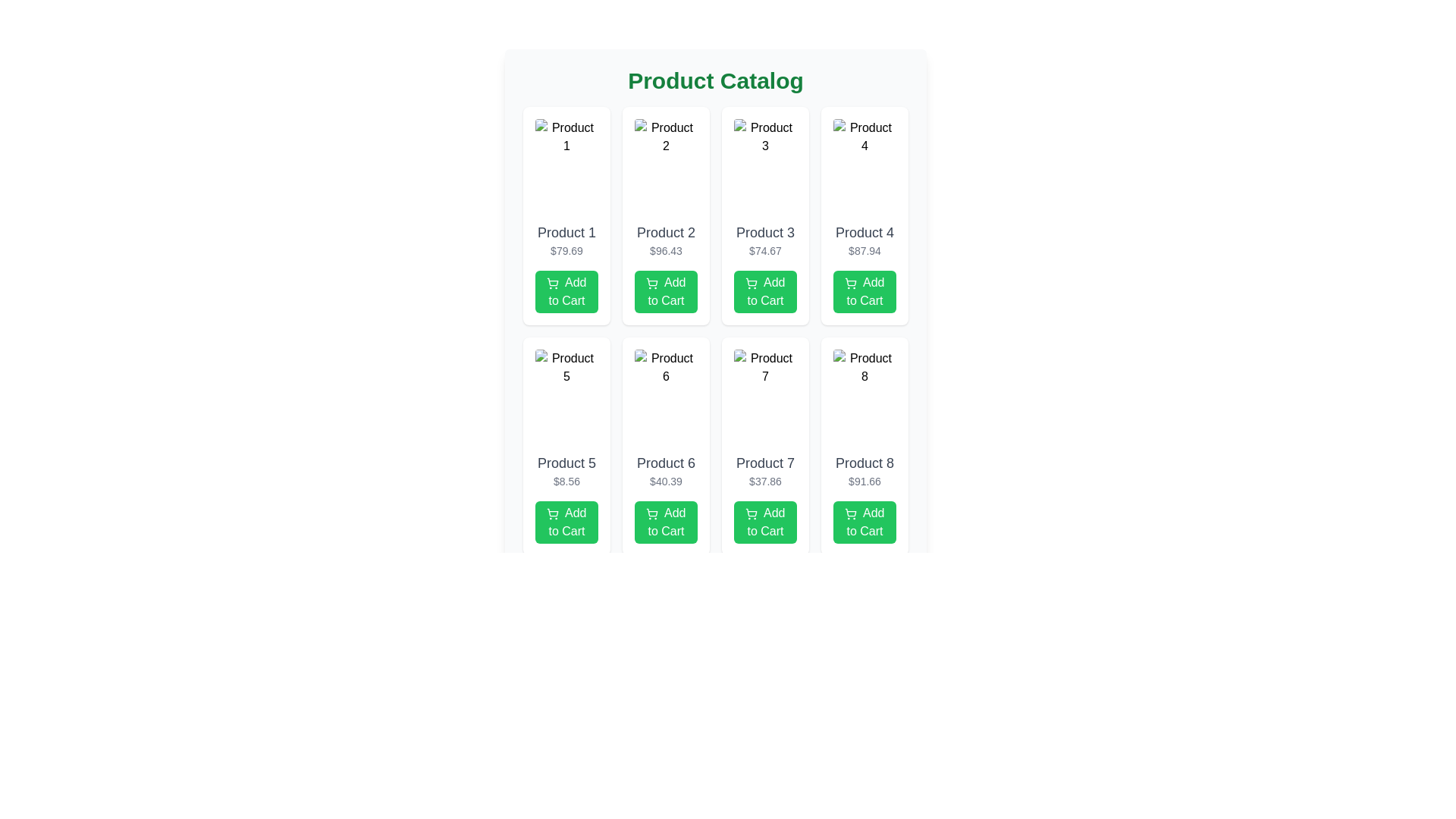 The width and height of the screenshot is (1456, 819). Describe the element at coordinates (864, 482) in the screenshot. I see `the static text displaying the price '$91.66' located below the title 'Product 8' and above the 'Add to Cart' button in the product card` at that location.